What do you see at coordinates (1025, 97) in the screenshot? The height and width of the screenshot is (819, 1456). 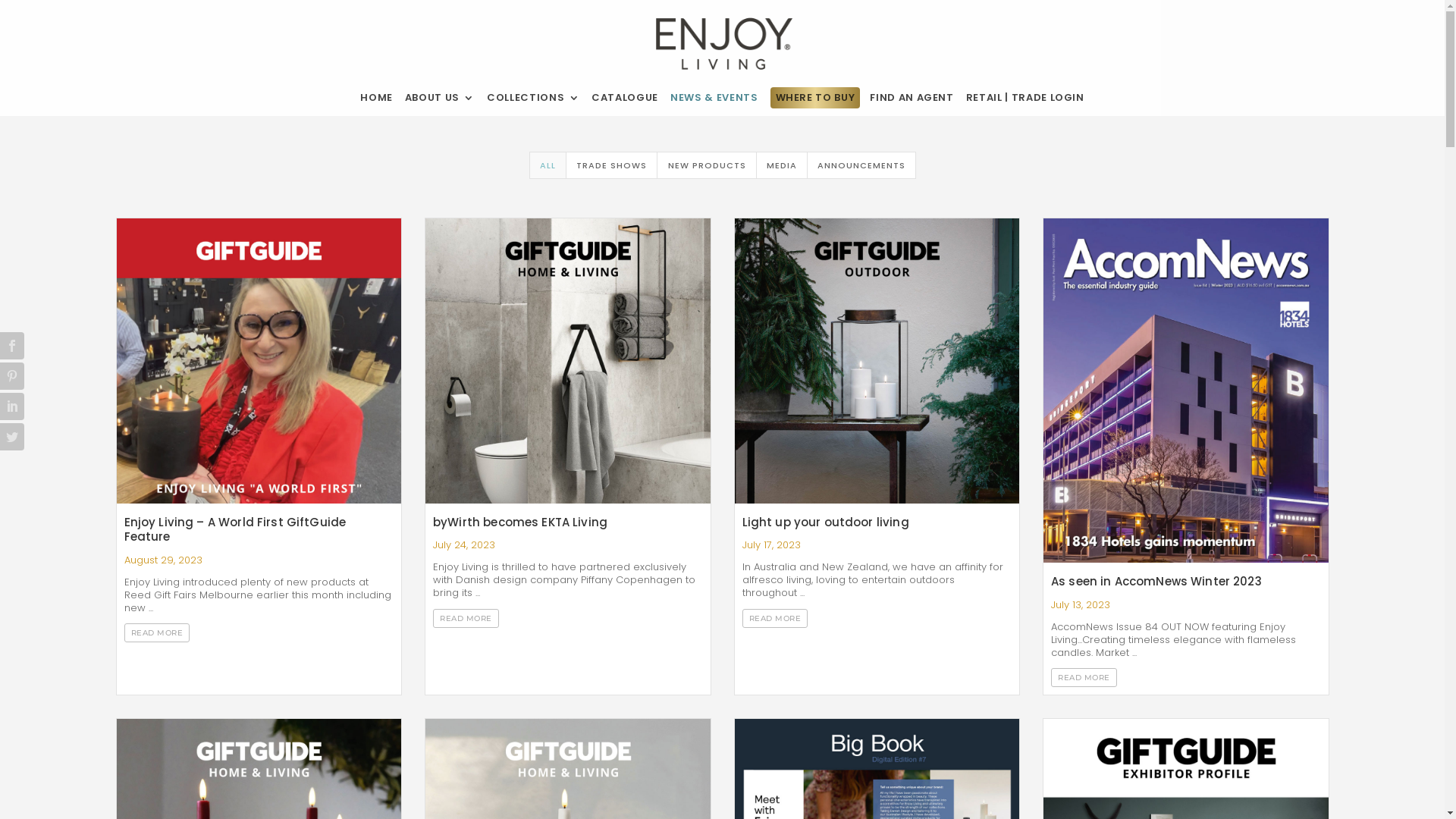 I see `'RETAIL | TRADE LOGIN'` at bounding box center [1025, 97].